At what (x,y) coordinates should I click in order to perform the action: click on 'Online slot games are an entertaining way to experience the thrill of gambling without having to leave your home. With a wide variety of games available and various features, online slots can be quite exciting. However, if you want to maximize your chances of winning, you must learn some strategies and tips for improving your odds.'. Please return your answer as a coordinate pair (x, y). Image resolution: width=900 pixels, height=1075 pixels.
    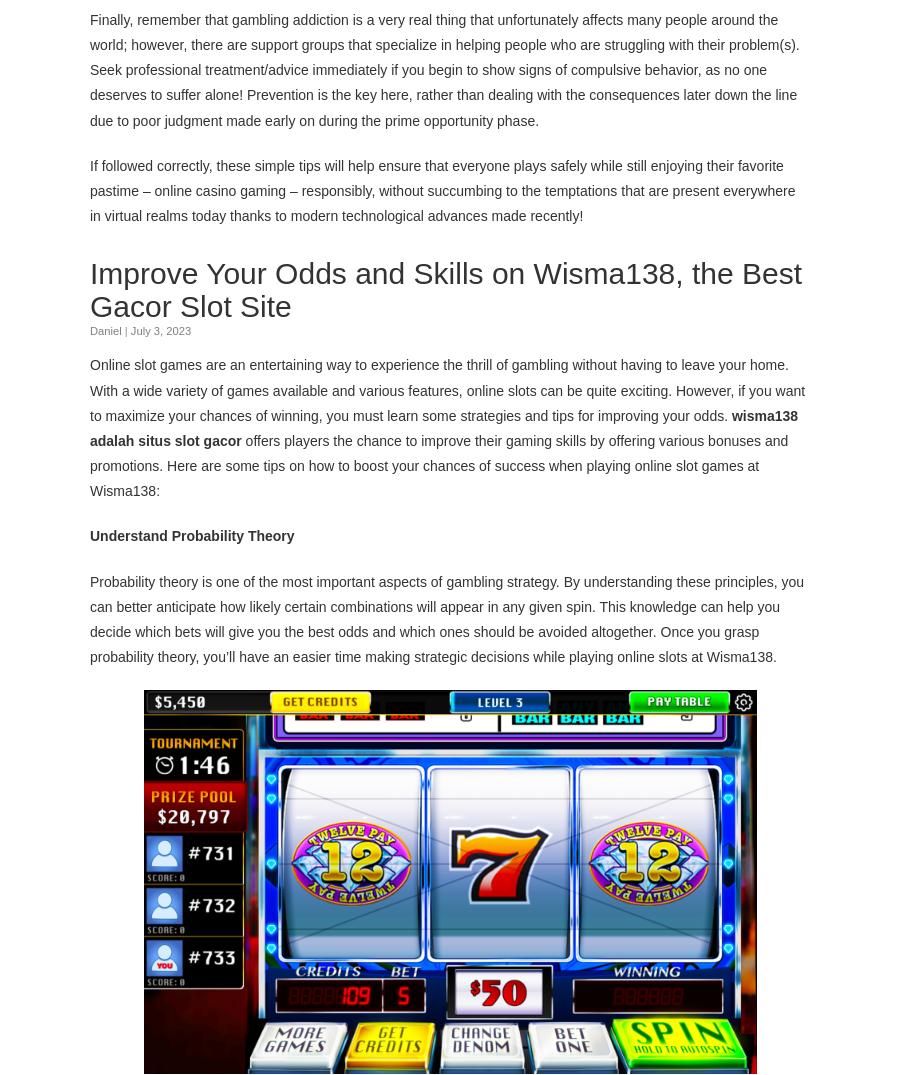
    Looking at the image, I should click on (447, 389).